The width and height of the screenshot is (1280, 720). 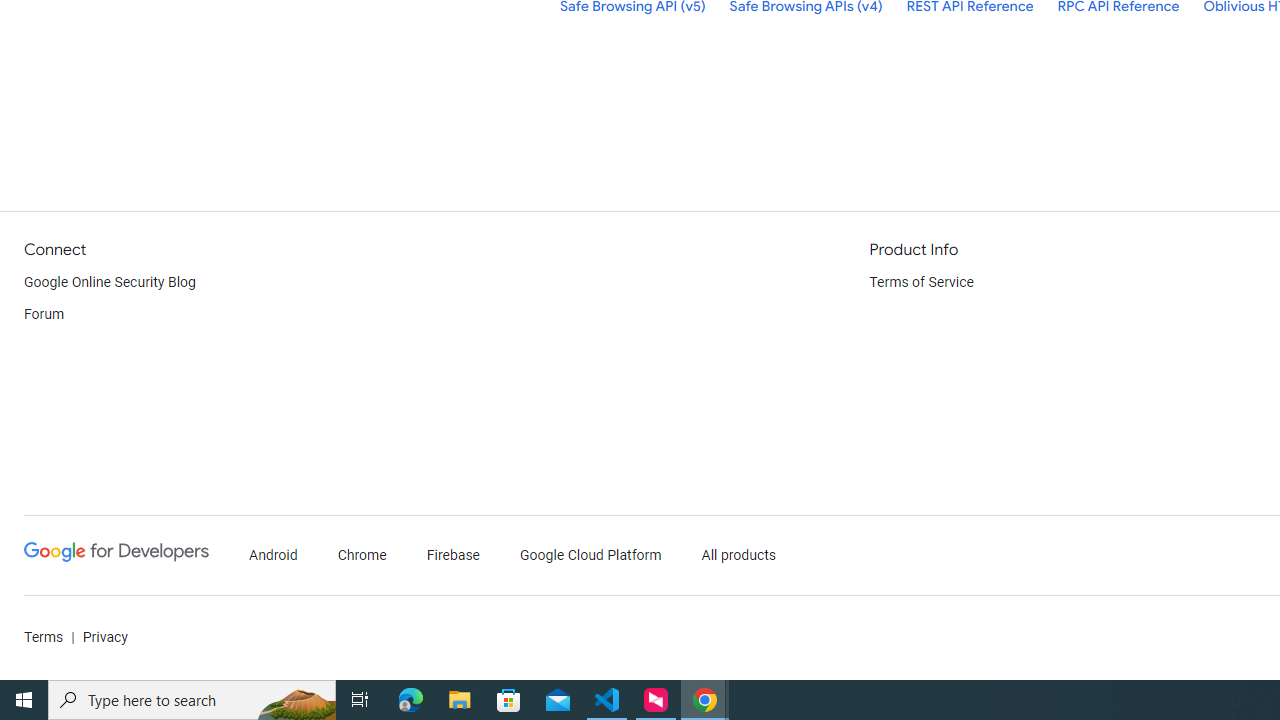 What do you see at coordinates (115, 551) in the screenshot?
I see `'Google Developers'` at bounding box center [115, 551].